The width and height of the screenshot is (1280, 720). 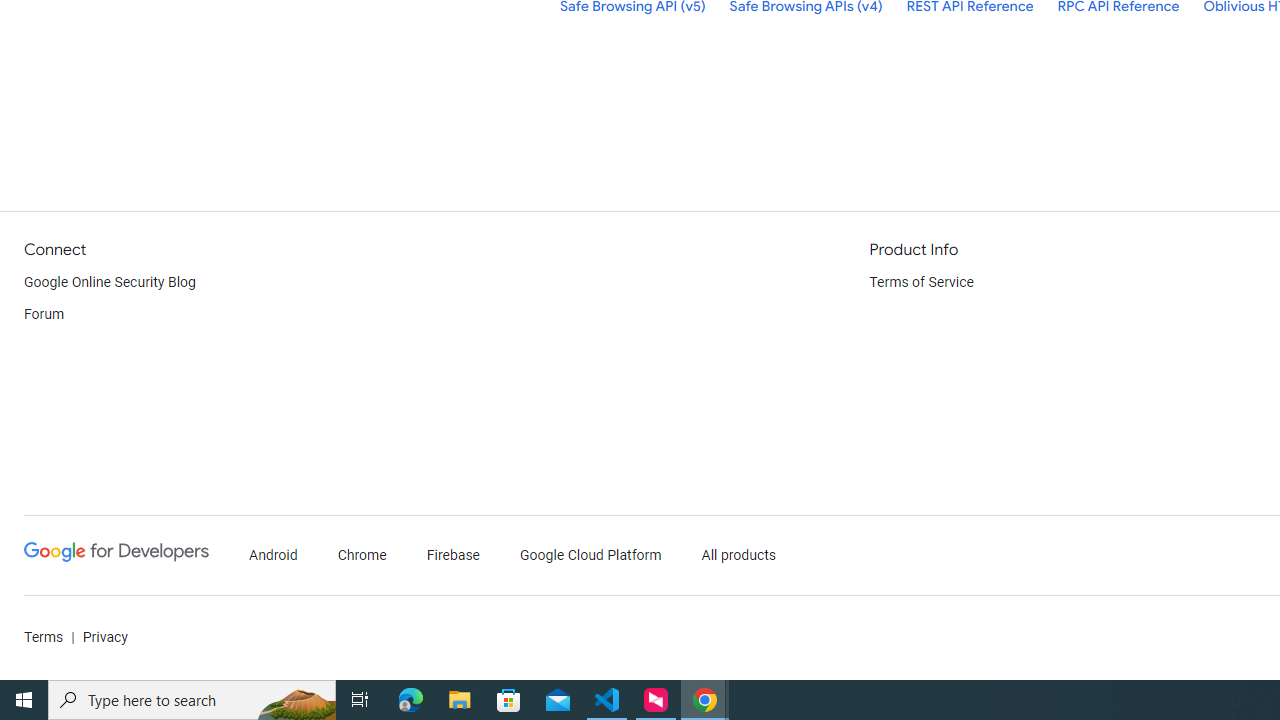 What do you see at coordinates (115, 551) in the screenshot?
I see `'Google Developers'` at bounding box center [115, 551].